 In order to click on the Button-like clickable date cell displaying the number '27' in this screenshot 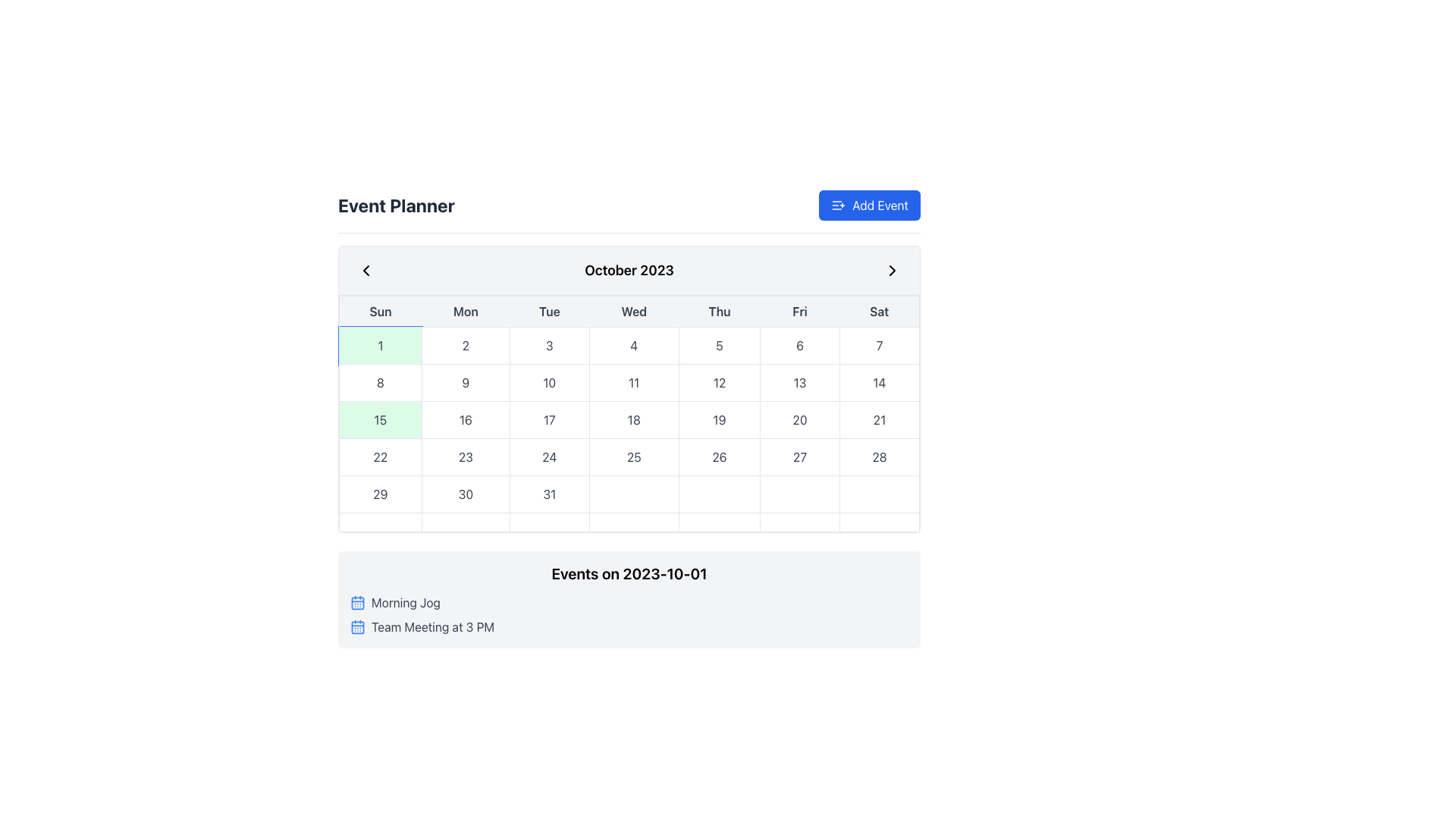, I will do `click(799, 456)`.